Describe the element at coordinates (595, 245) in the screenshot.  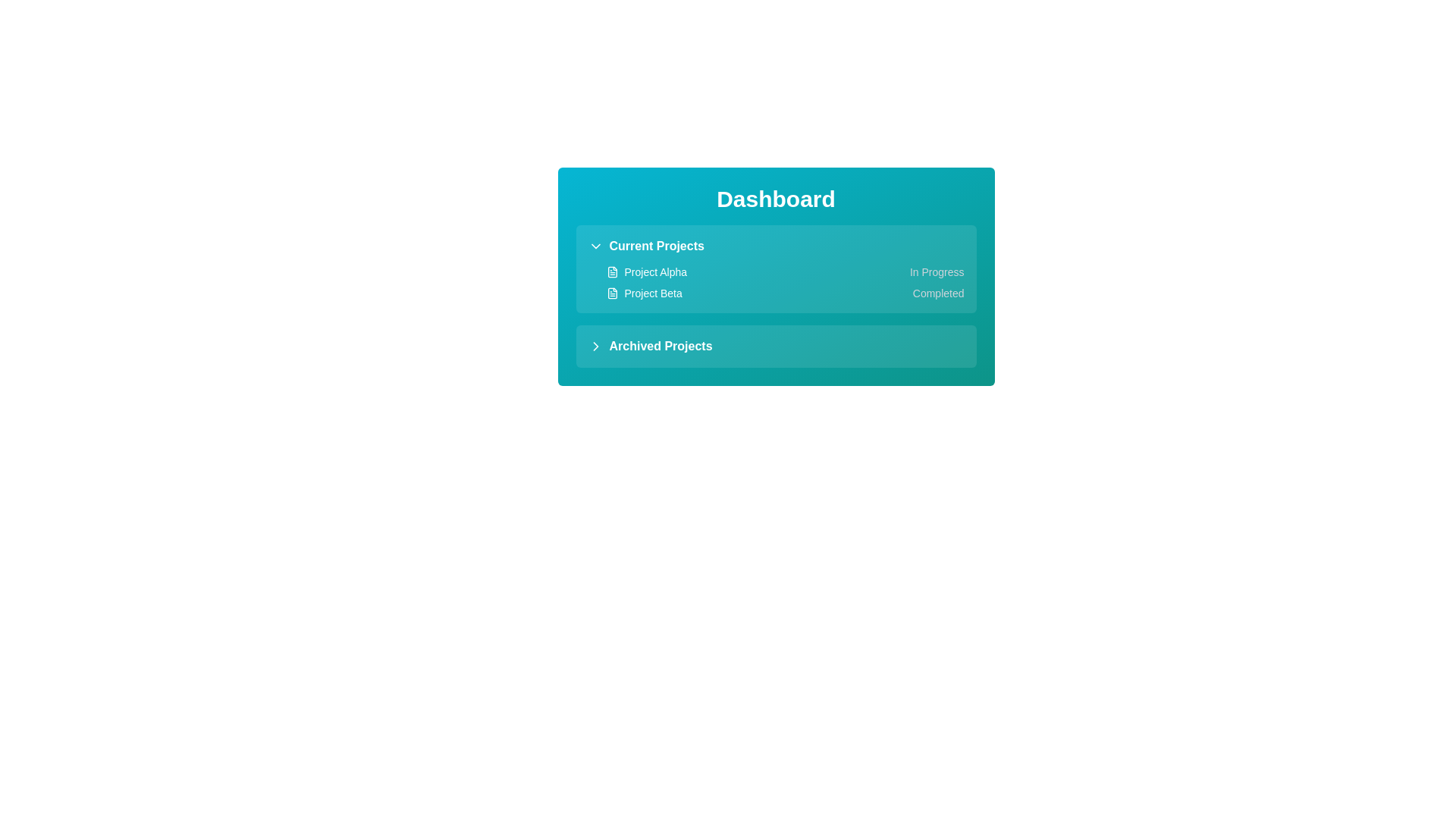
I see `the small downward-pointing chevron icon located to the left of the 'Current Projects' text in the Dashboard section` at that location.